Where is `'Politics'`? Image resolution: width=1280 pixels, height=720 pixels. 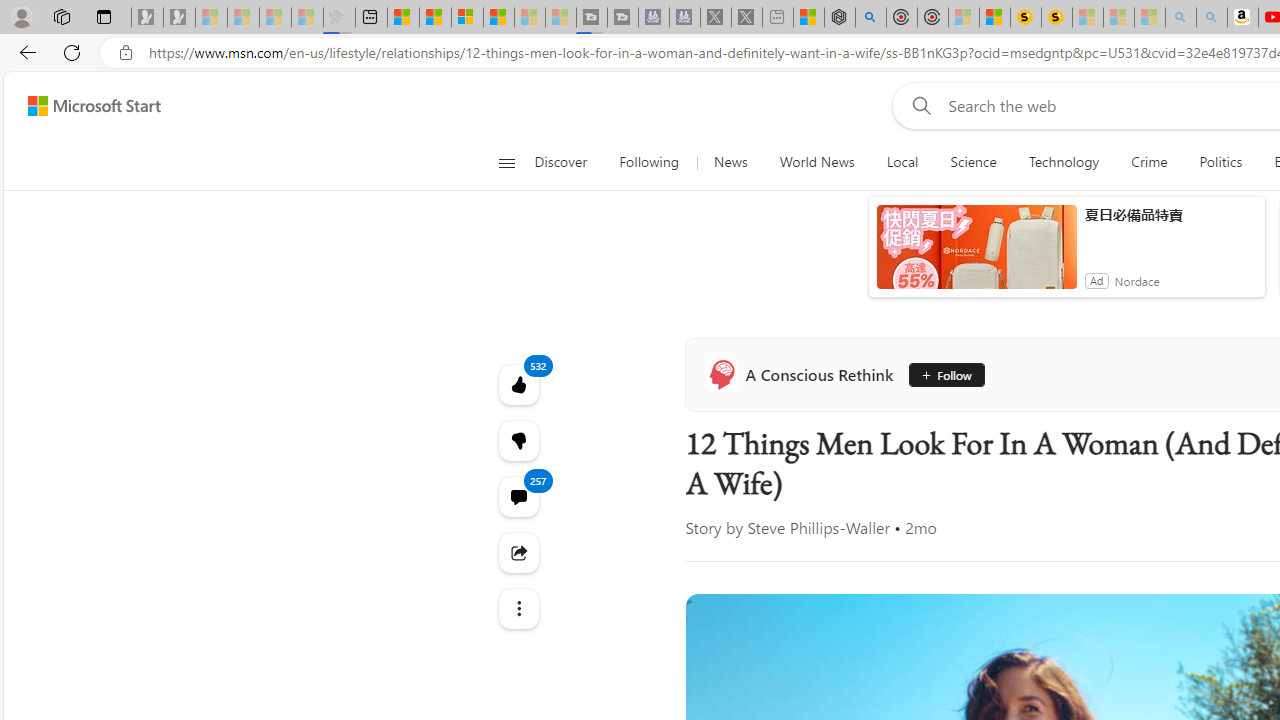 'Politics' is located at coordinates (1220, 162).